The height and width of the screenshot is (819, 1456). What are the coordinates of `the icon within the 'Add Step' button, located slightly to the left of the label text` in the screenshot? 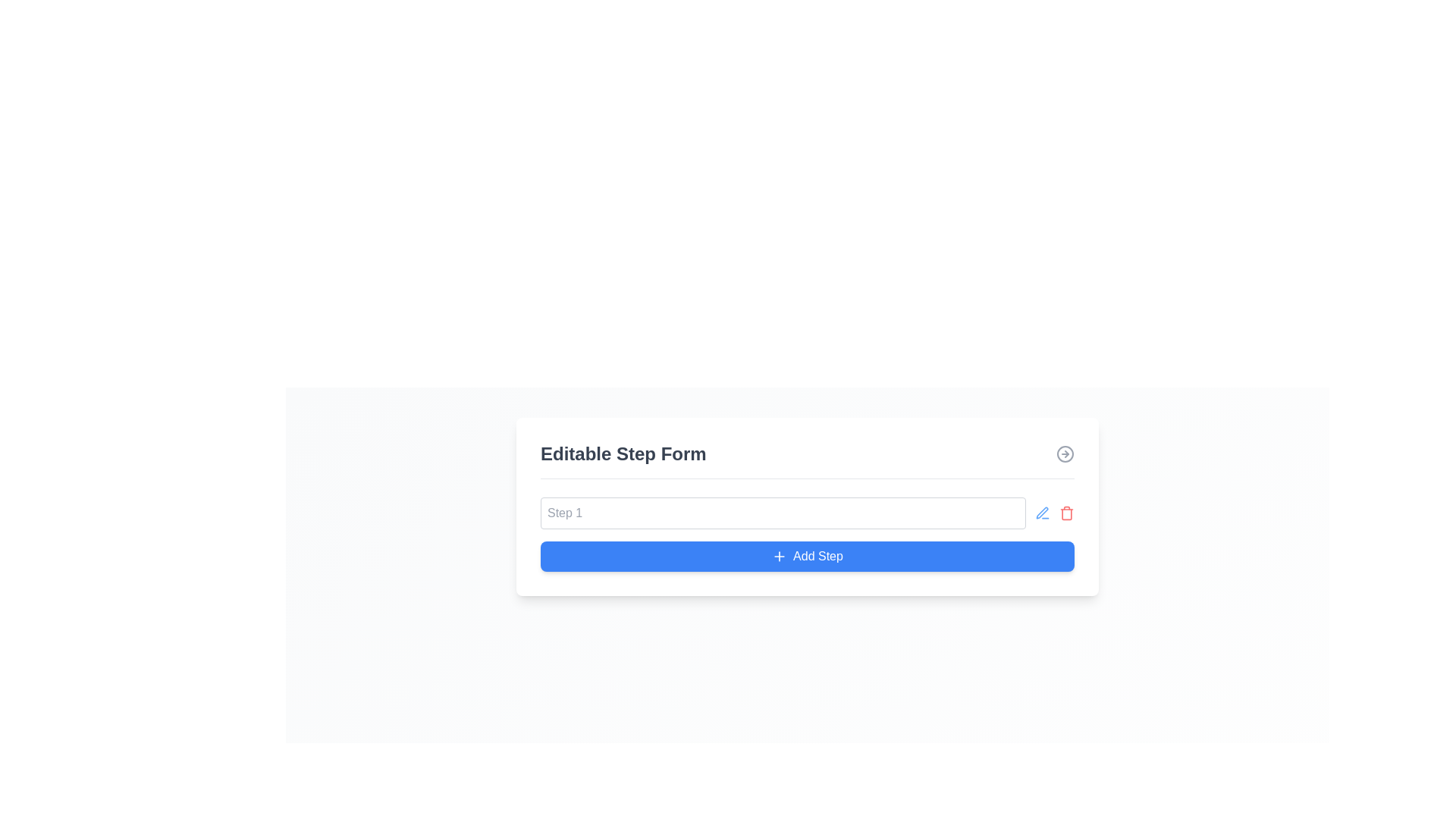 It's located at (780, 556).